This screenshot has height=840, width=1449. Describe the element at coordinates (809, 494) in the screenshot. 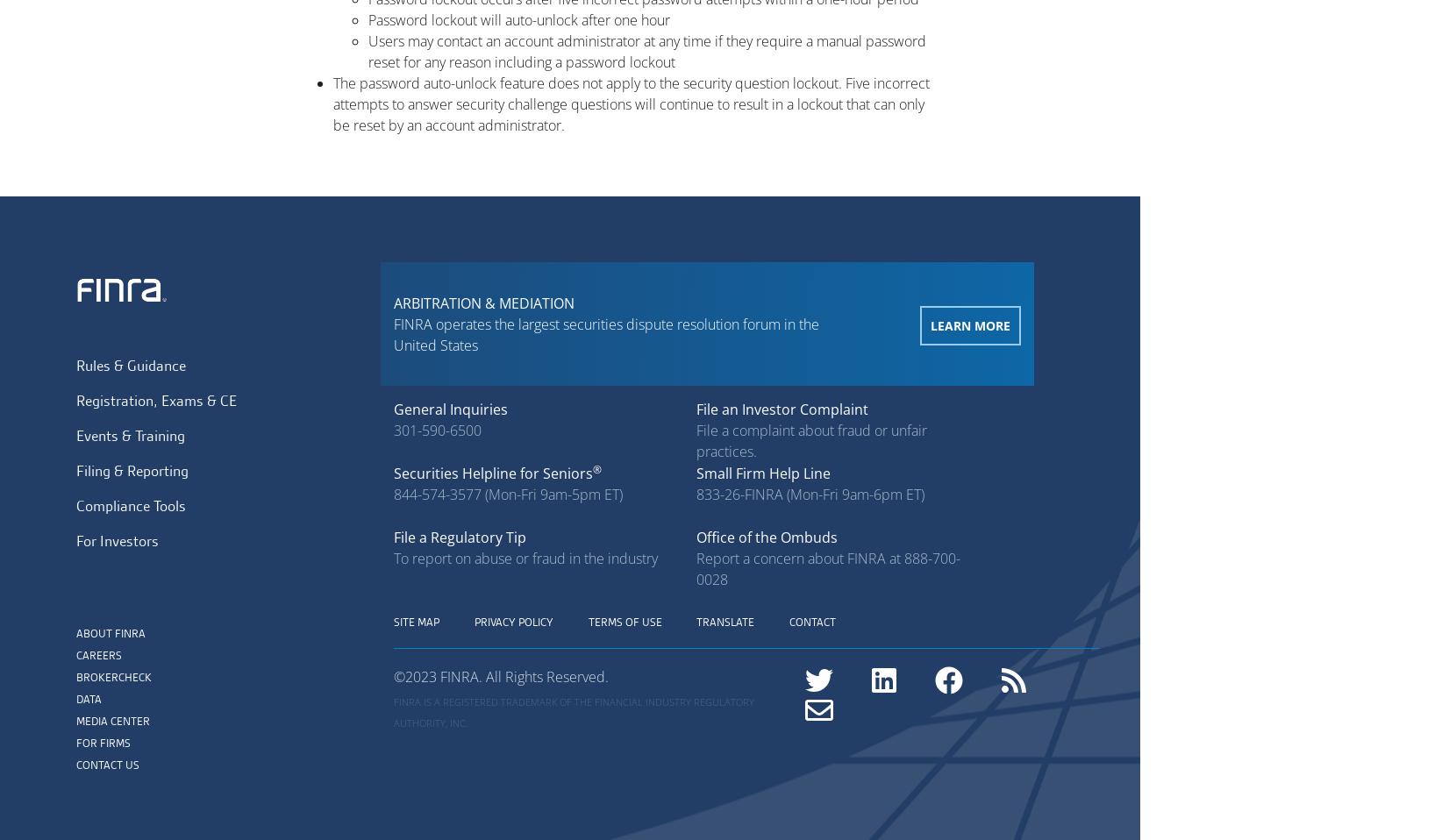

I see `'833-26-FINRA (Mon-Fri 9am-6pm ET)'` at that location.